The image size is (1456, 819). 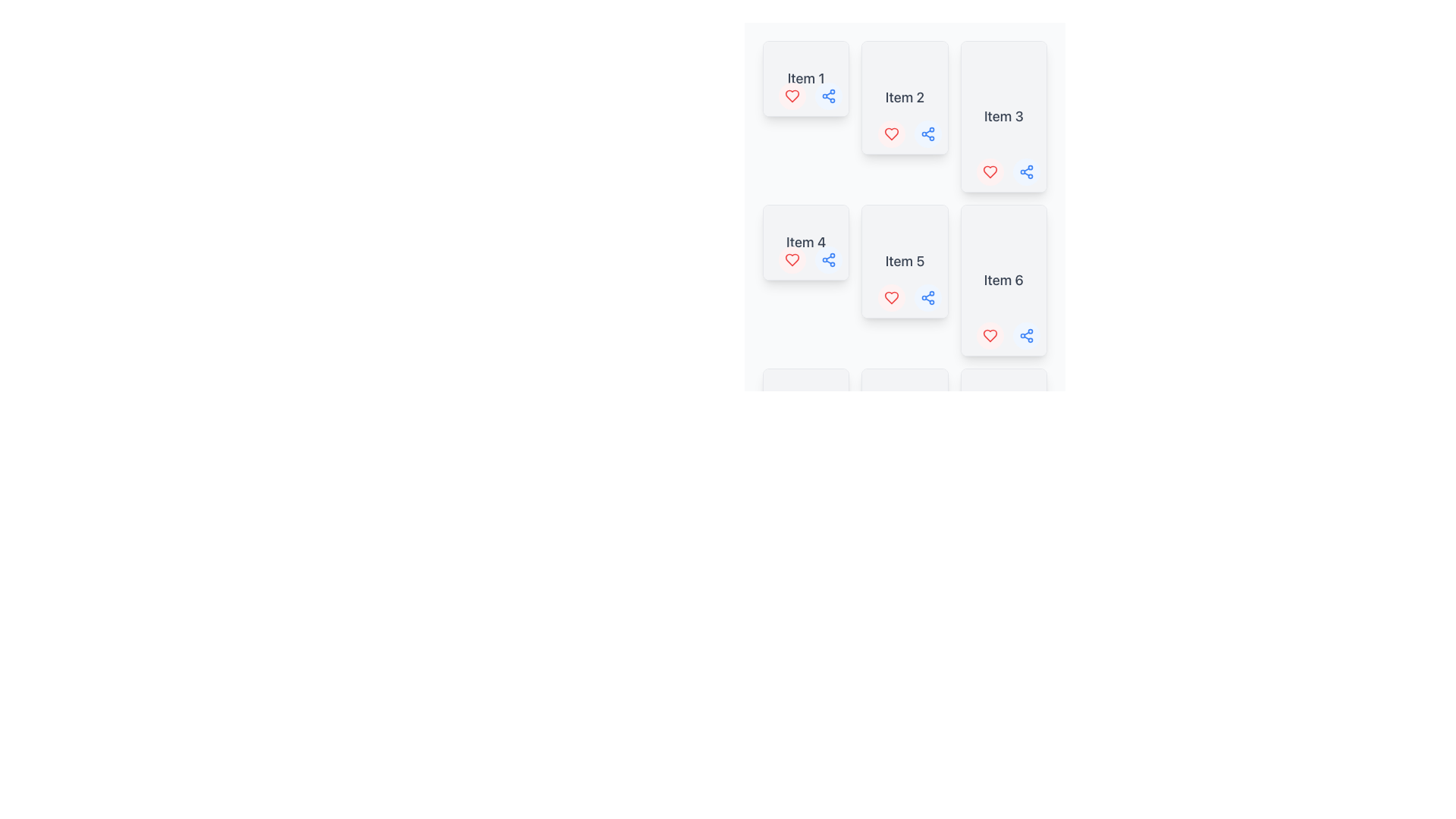 What do you see at coordinates (792, 259) in the screenshot?
I see `the circular button with a light red background and red heart icon located in the lower-right corner of the card labeled 'Item 4'` at bounding box center [792, 259].